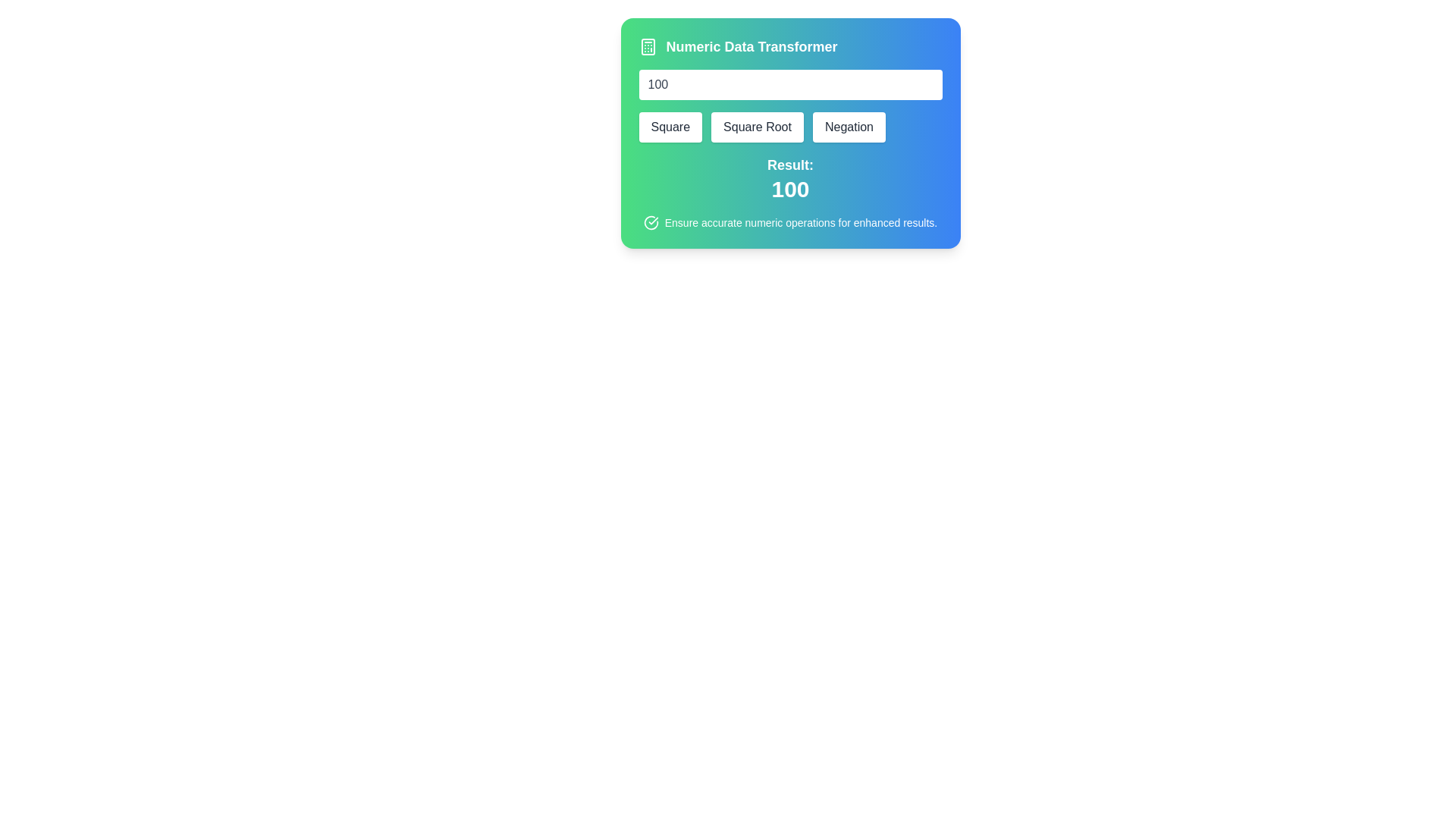 Image resolution: width=1456 pixels, height=819 pixels. Describe the element at coordinates (670, 127) in the screenshot. I see `the 'Square' button, which is a rectangular button with rounded corners and white background` at that location.